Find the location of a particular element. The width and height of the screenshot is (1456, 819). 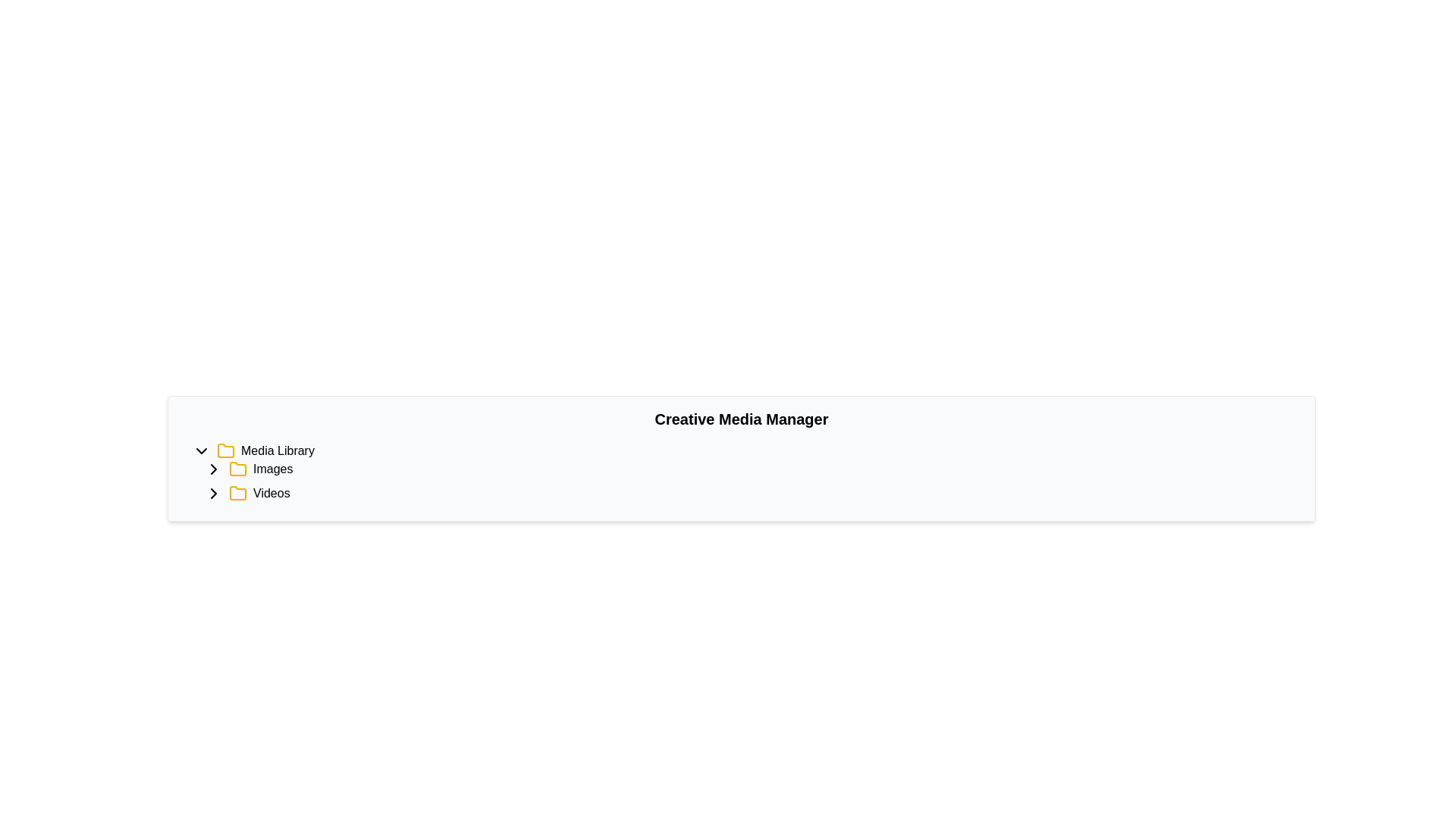

the text label displaying 'Images', which is positioned to the right of a folder icon within the tree navigation structure is located at coordinates (273, 468).